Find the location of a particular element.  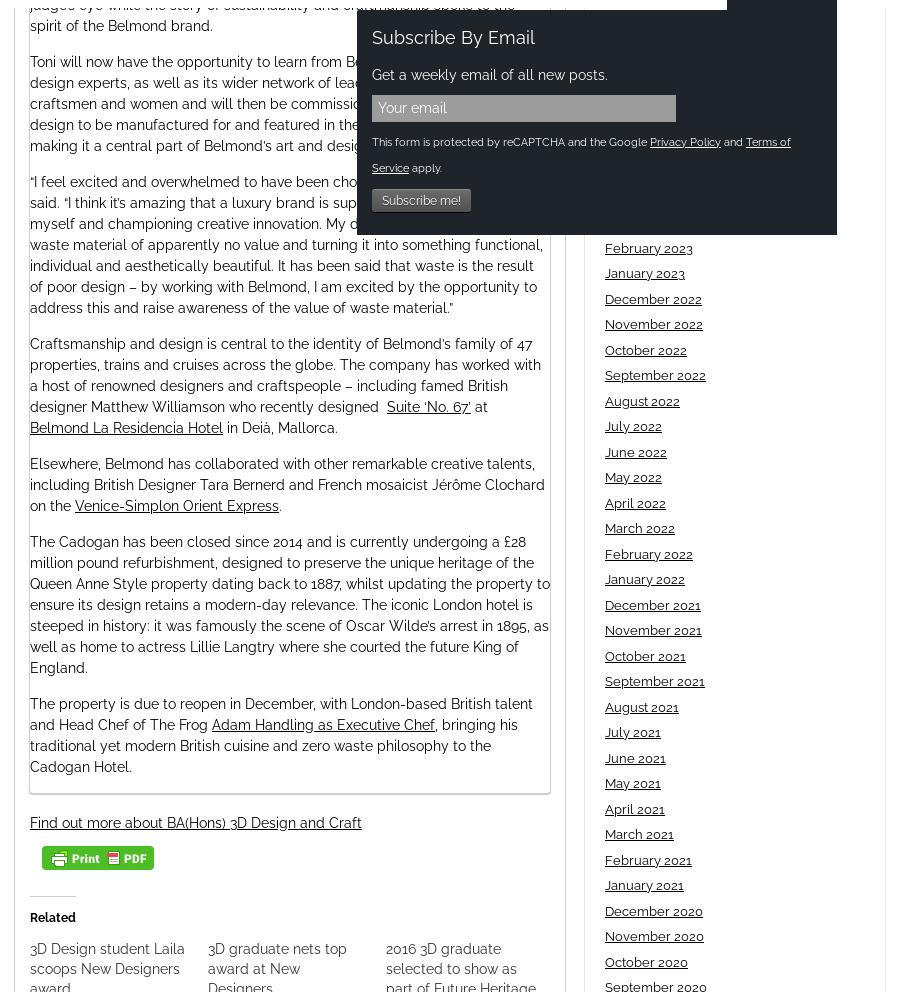

'February 2023' is located at coordinates (648, 247).